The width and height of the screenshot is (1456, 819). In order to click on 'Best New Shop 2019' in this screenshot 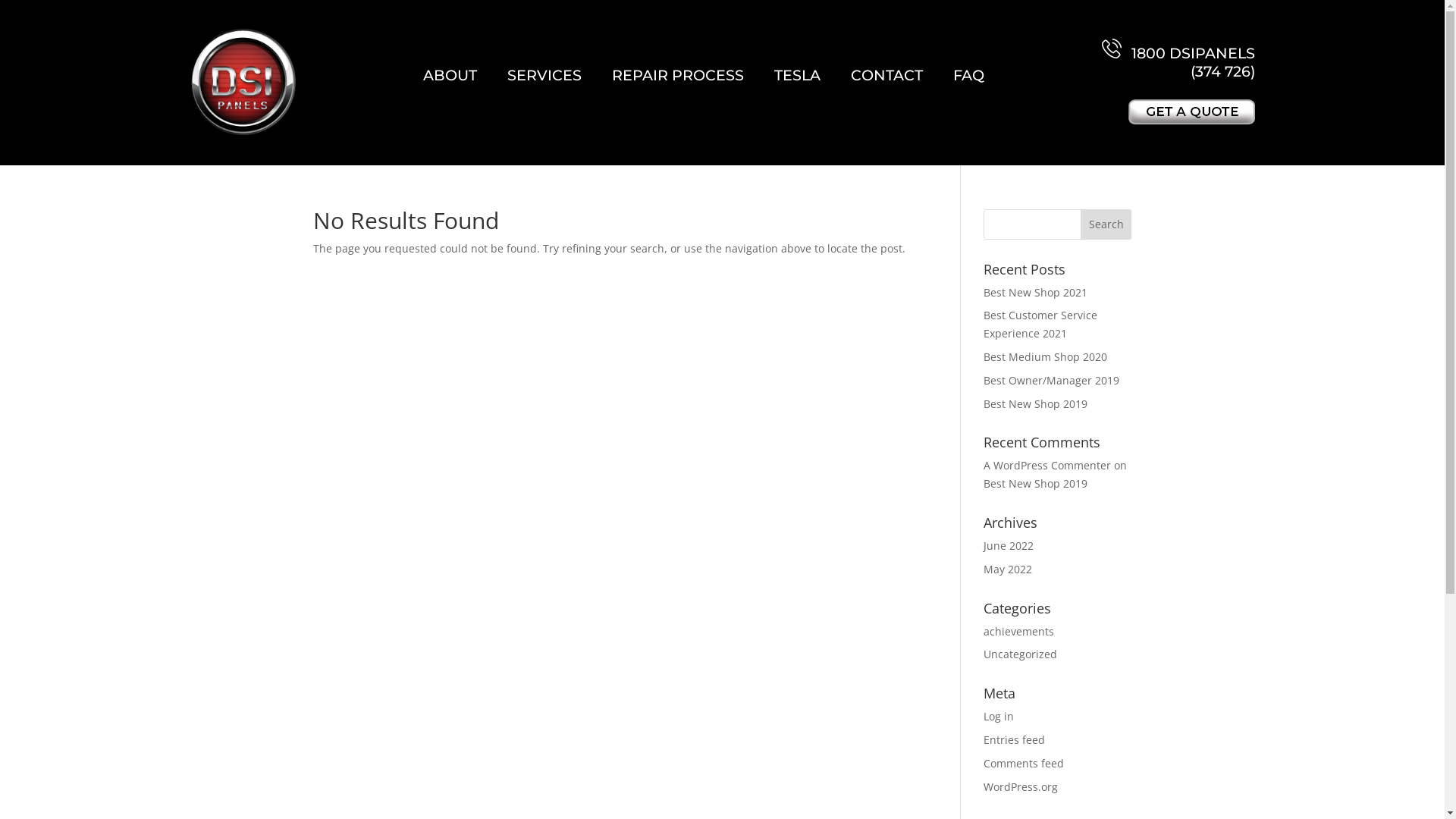, I will do `click(1034, 403)`.